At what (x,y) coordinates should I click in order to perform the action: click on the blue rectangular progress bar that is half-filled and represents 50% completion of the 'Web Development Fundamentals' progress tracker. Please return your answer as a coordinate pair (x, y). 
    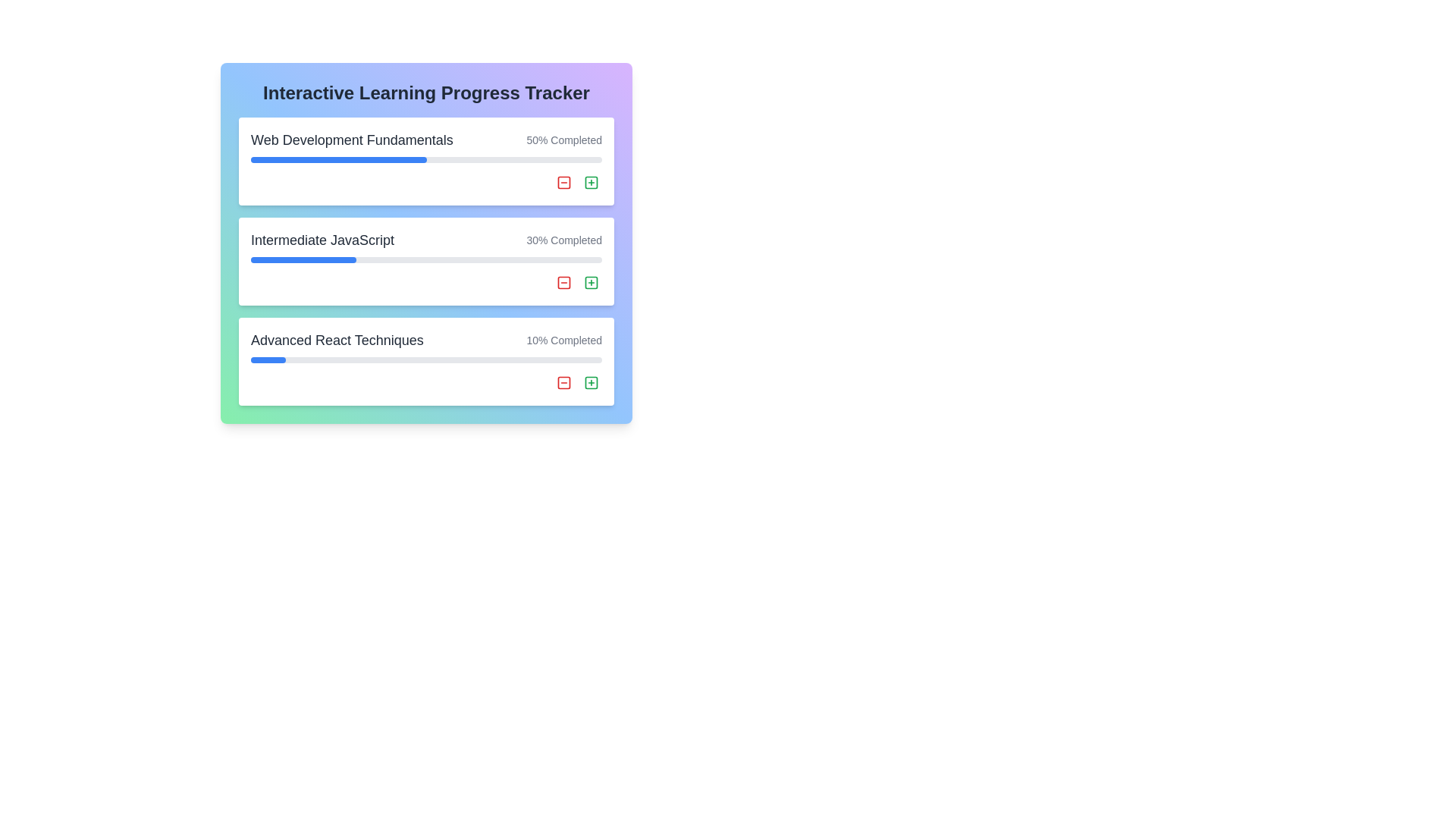
    Looking at the image, I should click on (337, 160).